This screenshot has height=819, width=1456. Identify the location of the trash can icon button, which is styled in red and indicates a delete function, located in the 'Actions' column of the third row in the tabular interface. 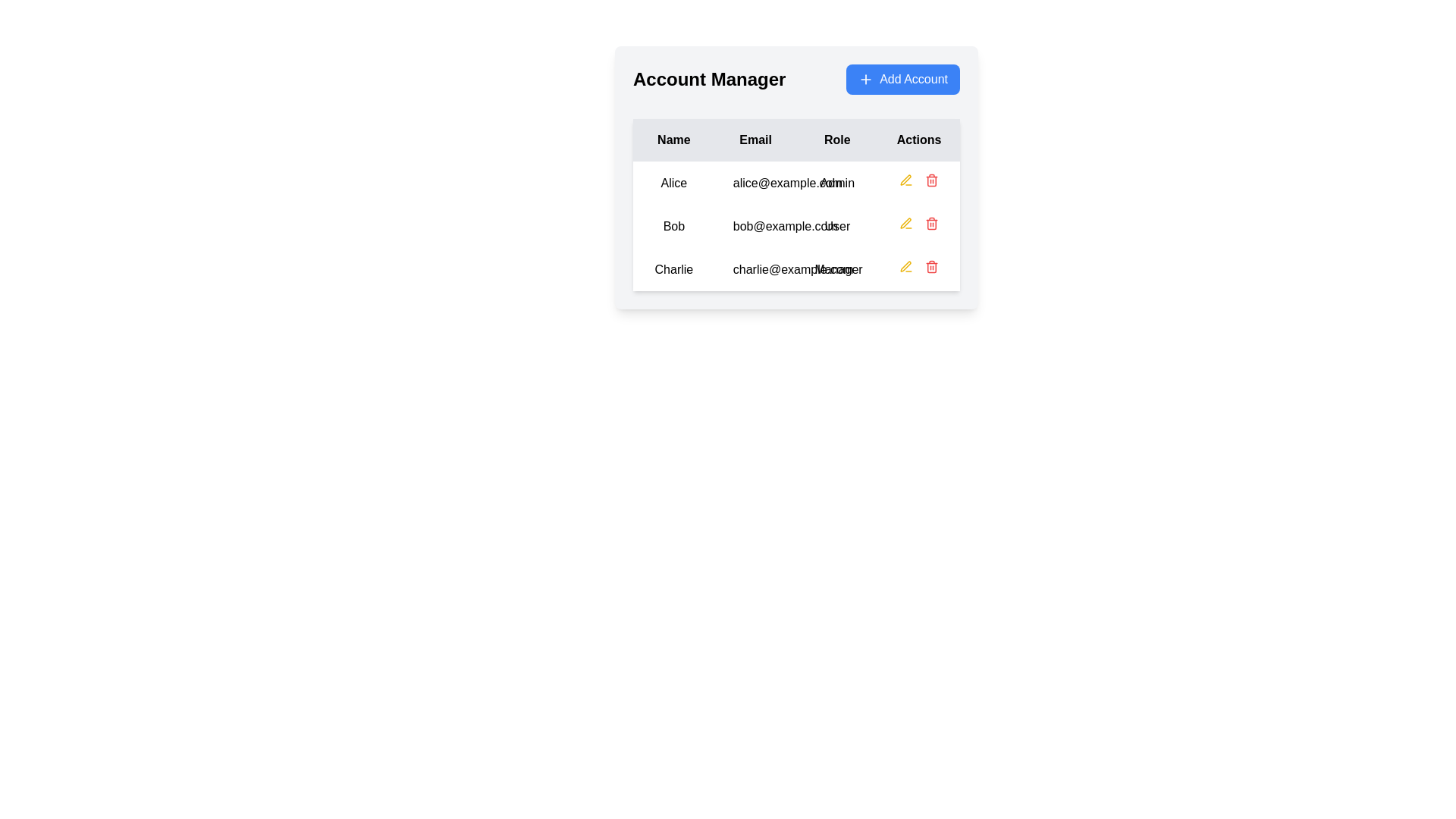
(931, 265).